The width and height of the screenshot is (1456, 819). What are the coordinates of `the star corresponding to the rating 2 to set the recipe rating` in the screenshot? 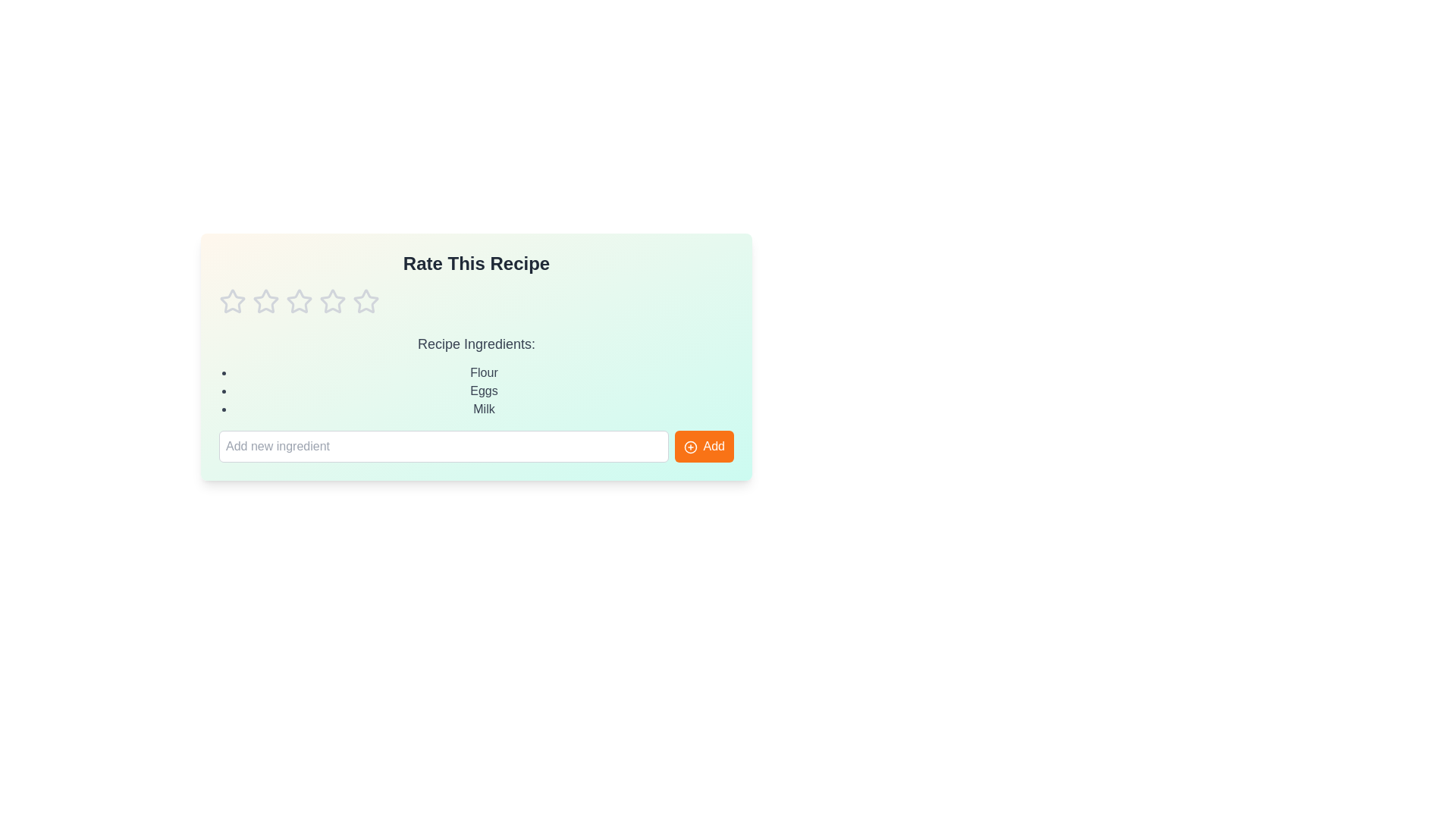 It's located at (265, 301).